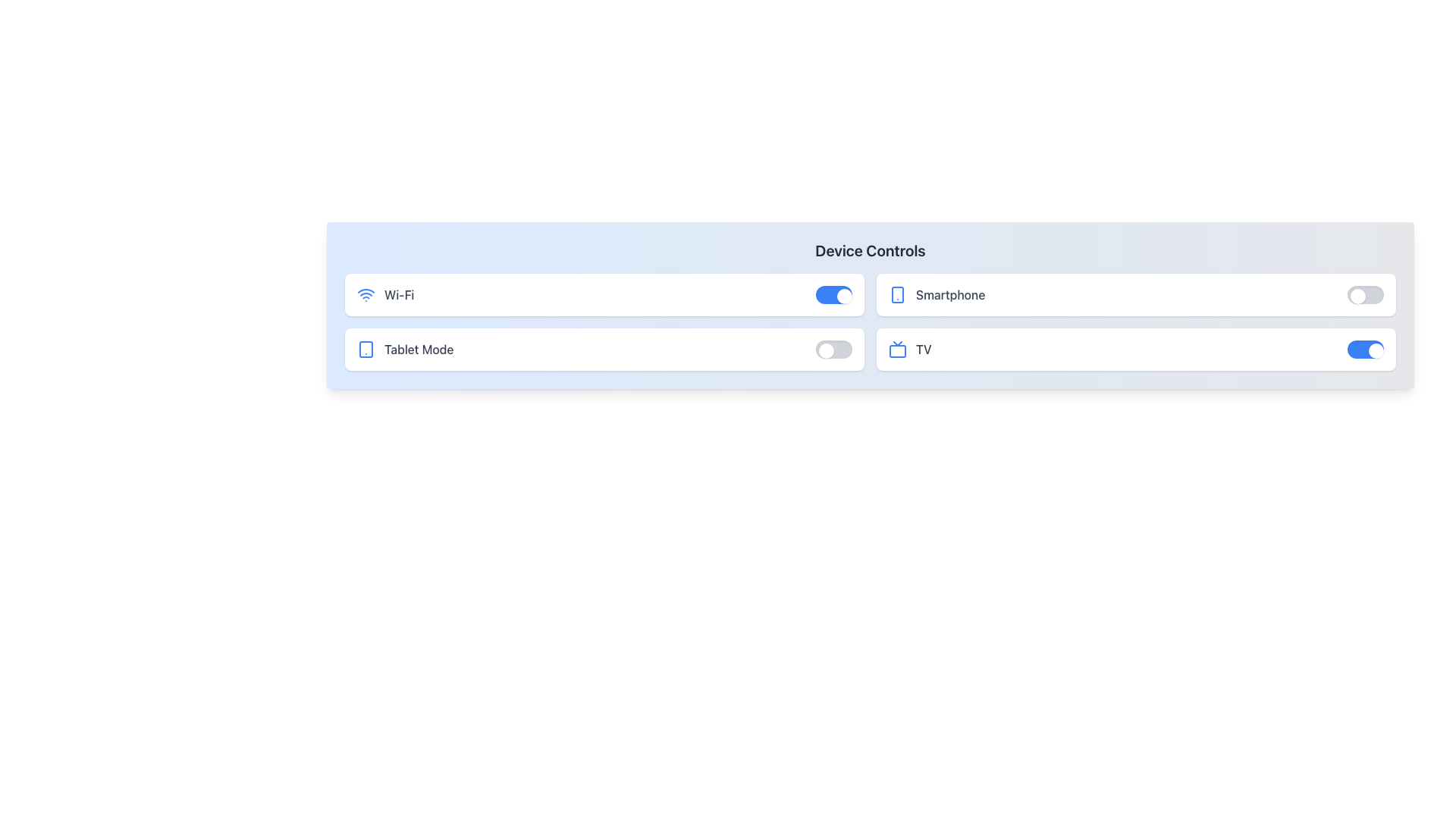 The image size is (1456, 819). Describe the element at coordinates (1365, 295) in the screenshot. I see `the toggle switch located in the 'Smartphone' section of the 'Device Controls' interface to enable or disable the feature` at that location.